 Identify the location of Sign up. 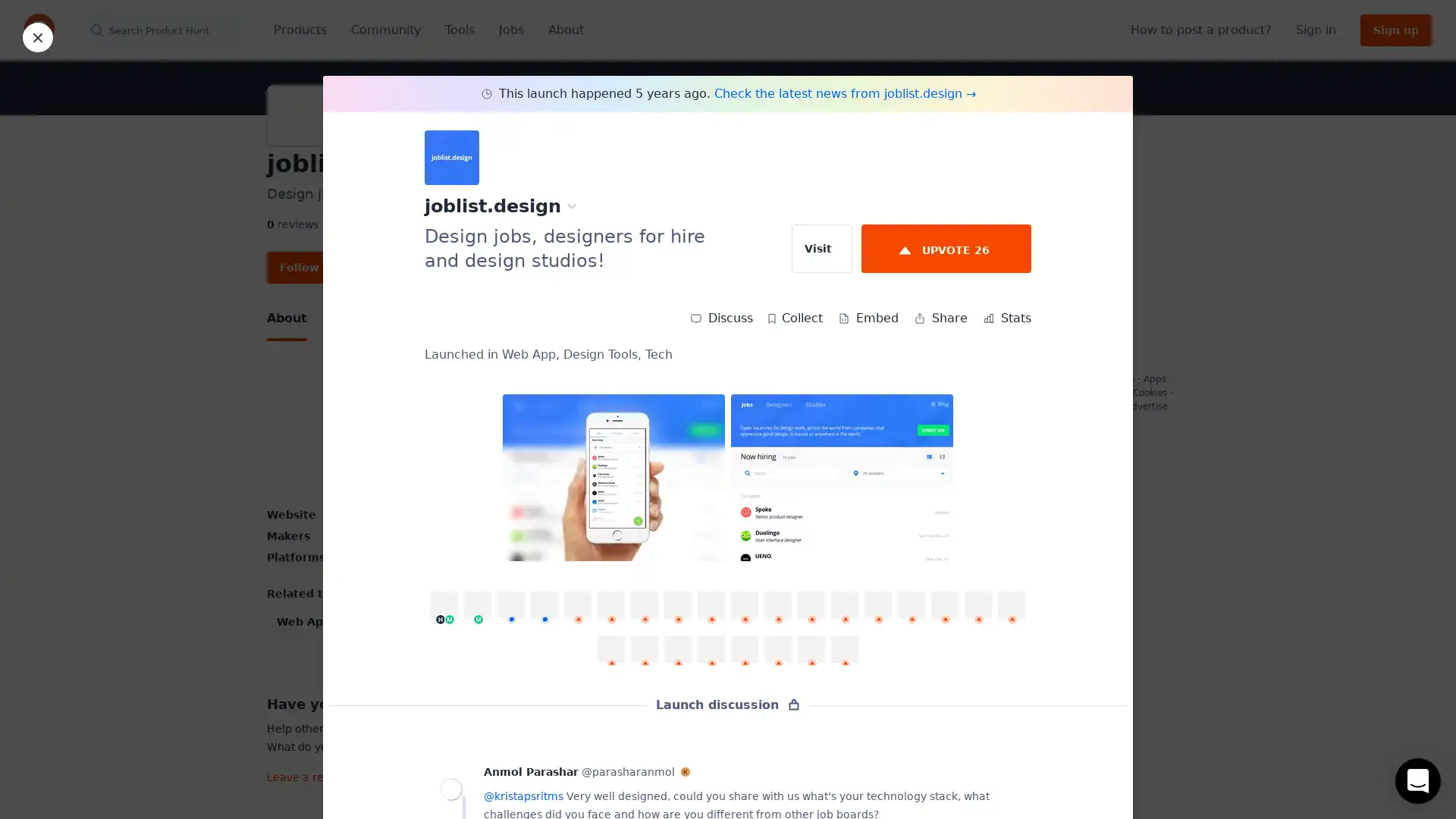
(1395, 30).